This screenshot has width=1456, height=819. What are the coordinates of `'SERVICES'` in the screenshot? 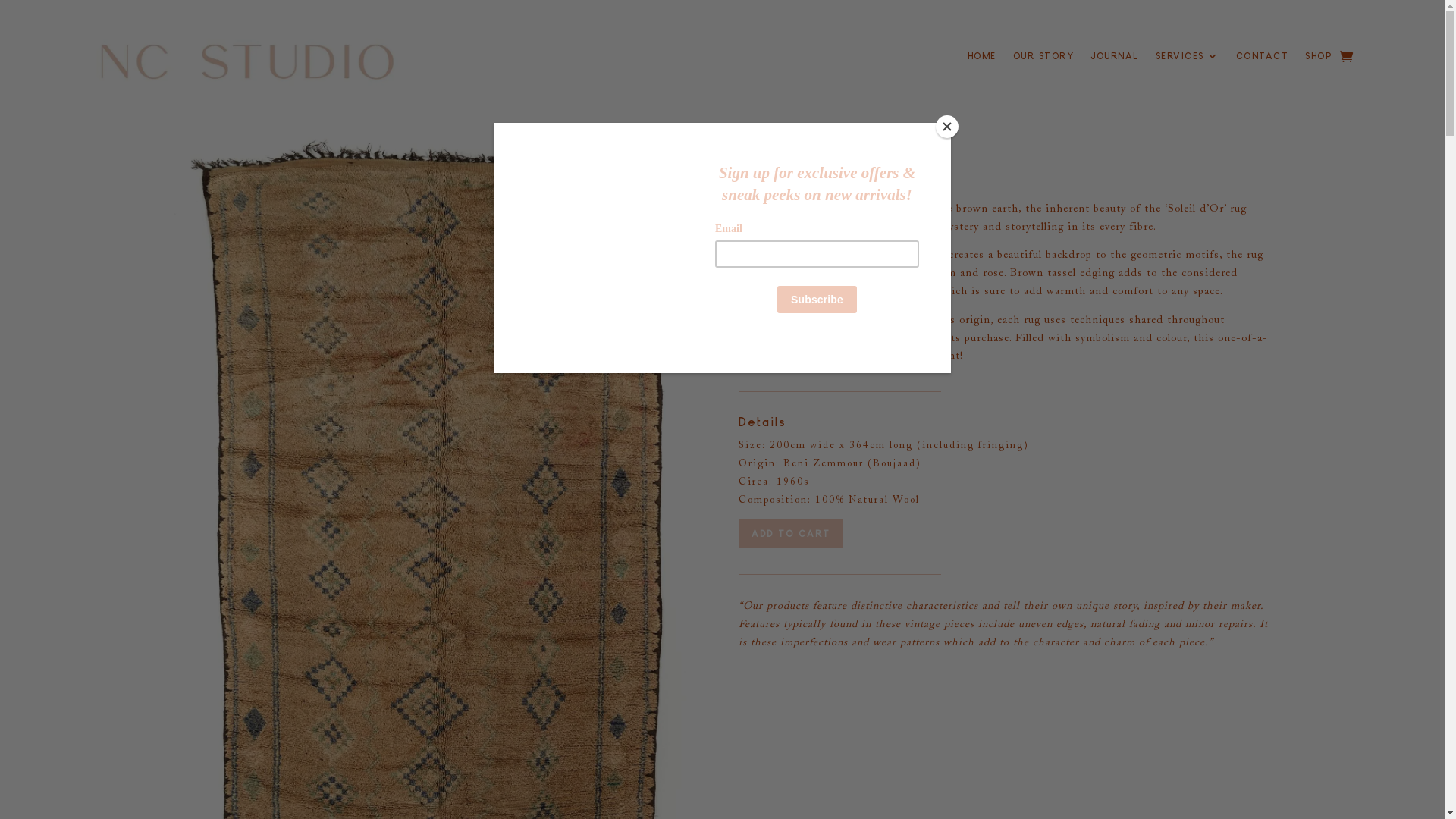 It's located at (1186, 58).